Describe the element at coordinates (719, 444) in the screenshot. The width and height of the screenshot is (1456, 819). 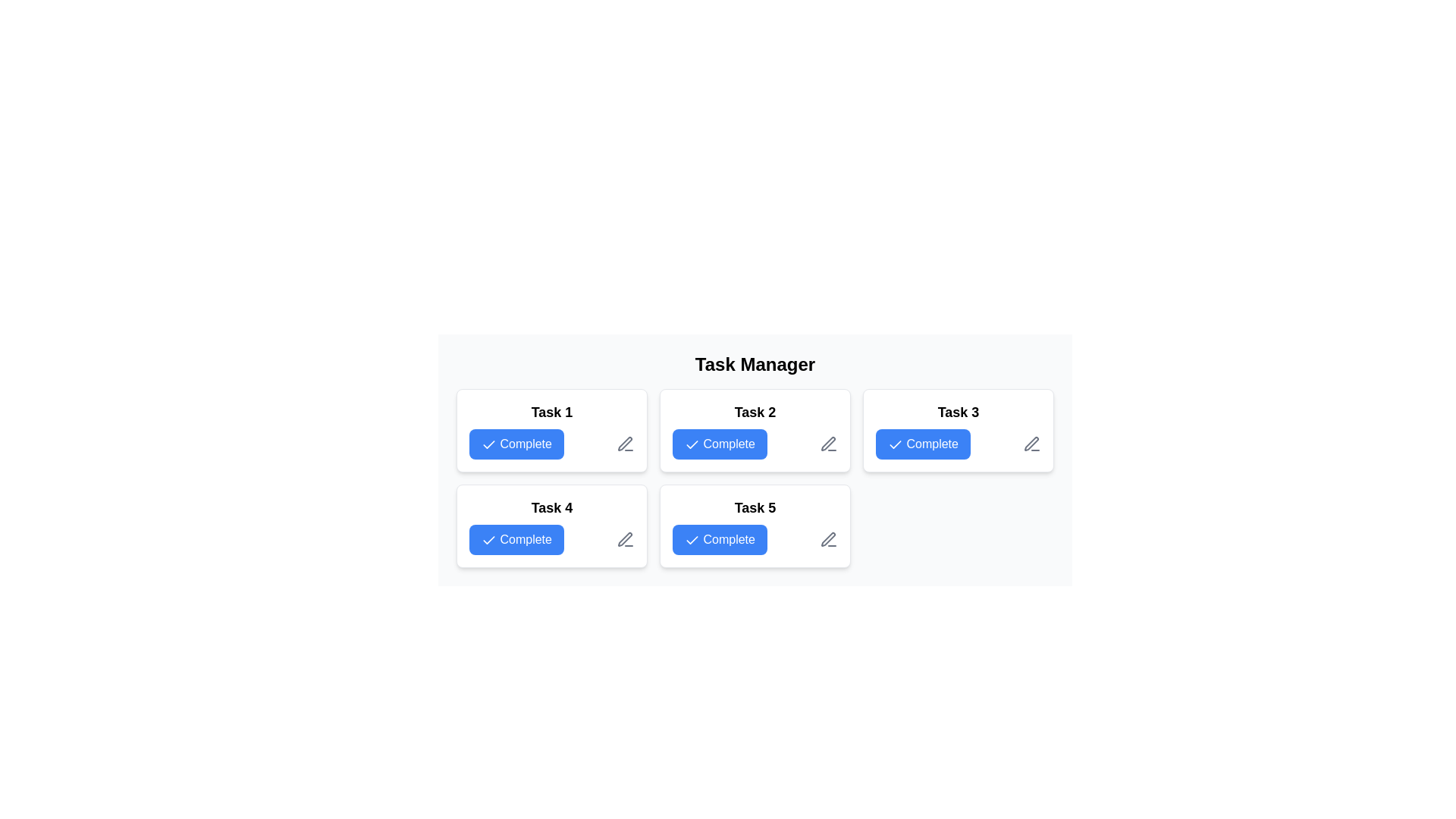
I see `the second button under the 'Task Manager' header` at that location.